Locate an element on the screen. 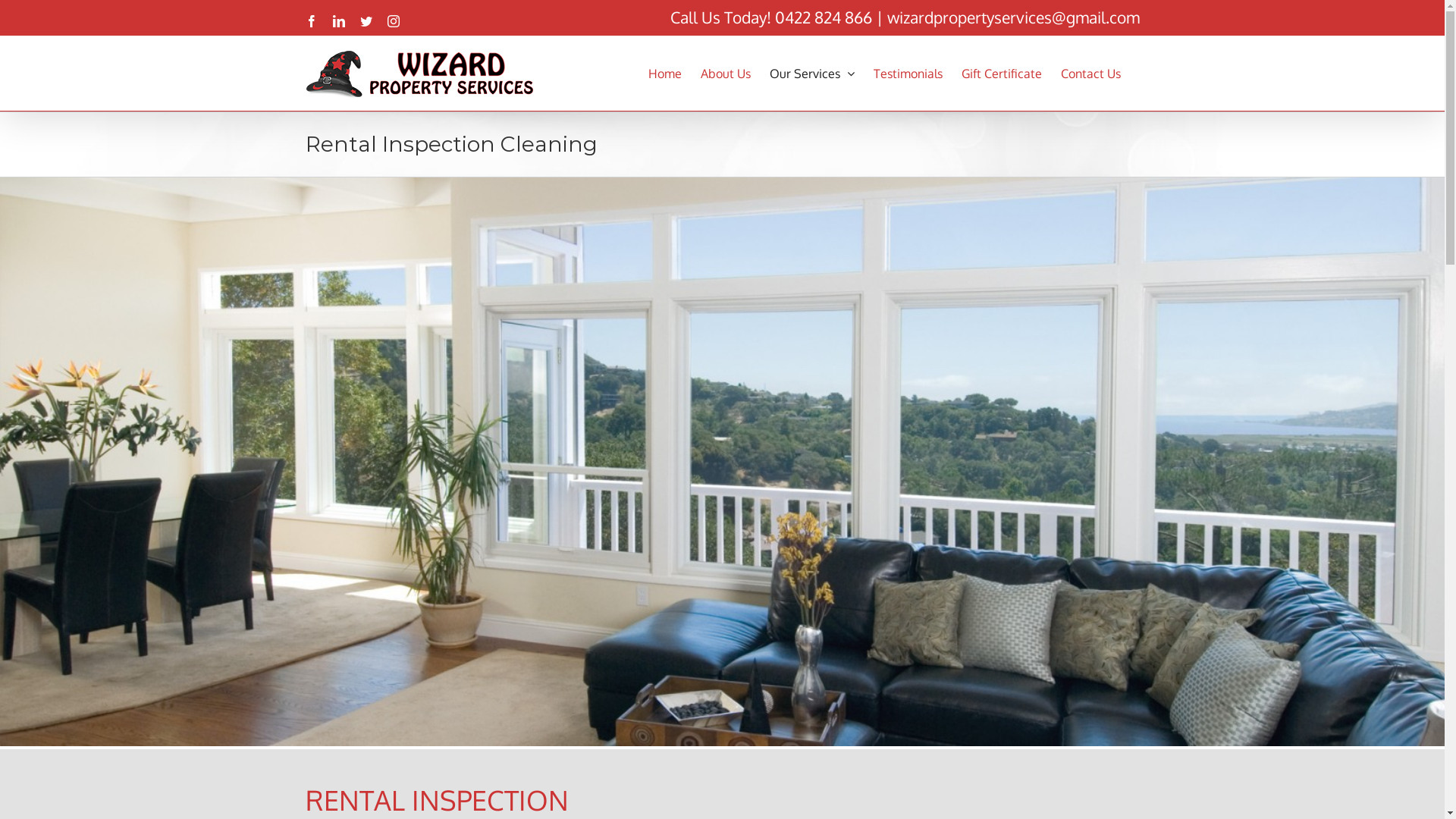  'Facebook' is located at coordinates (309, 20).